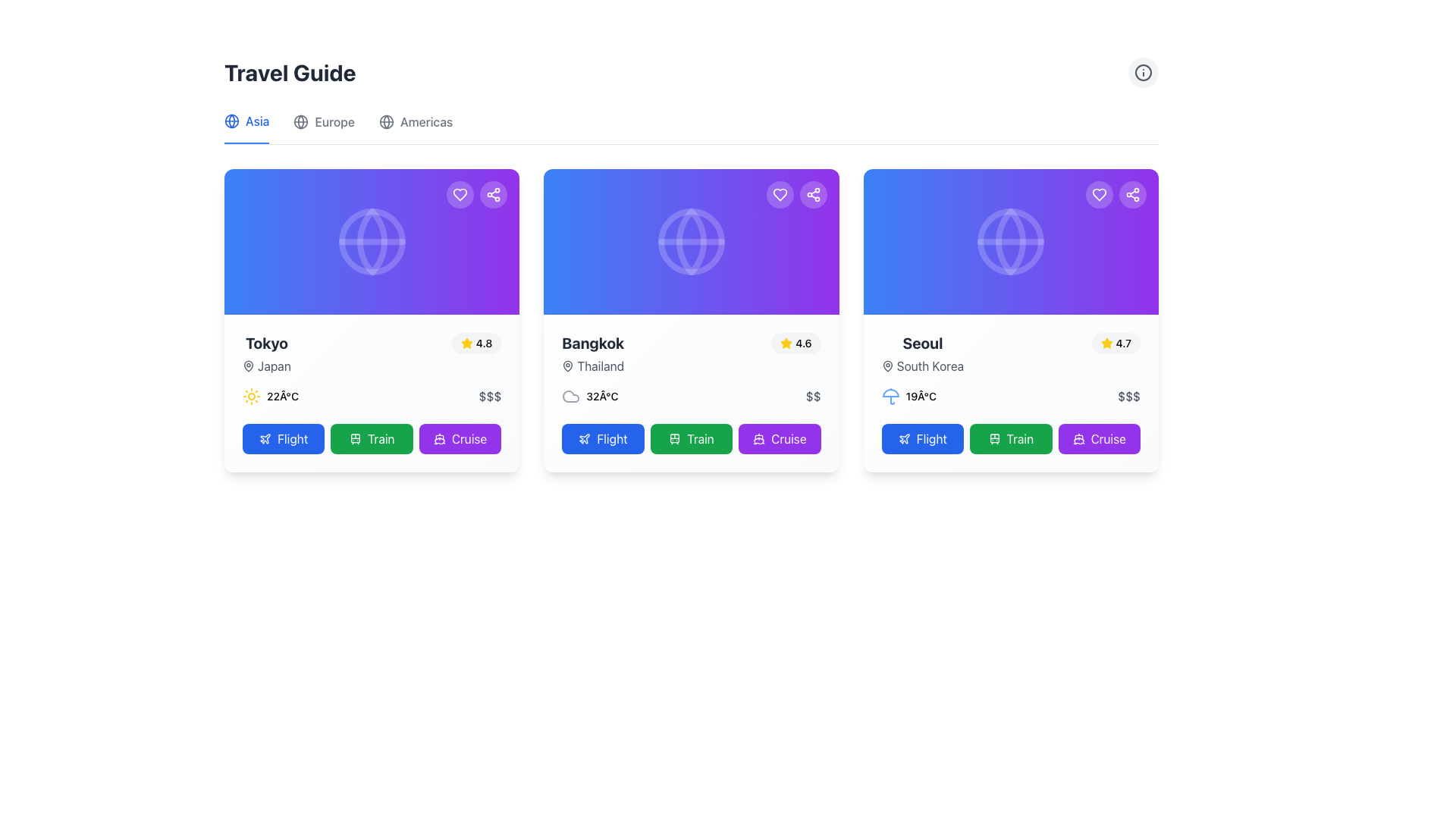  I want to click on the heart-shaped button in the top-right corner of the second card, so click(780, 194).